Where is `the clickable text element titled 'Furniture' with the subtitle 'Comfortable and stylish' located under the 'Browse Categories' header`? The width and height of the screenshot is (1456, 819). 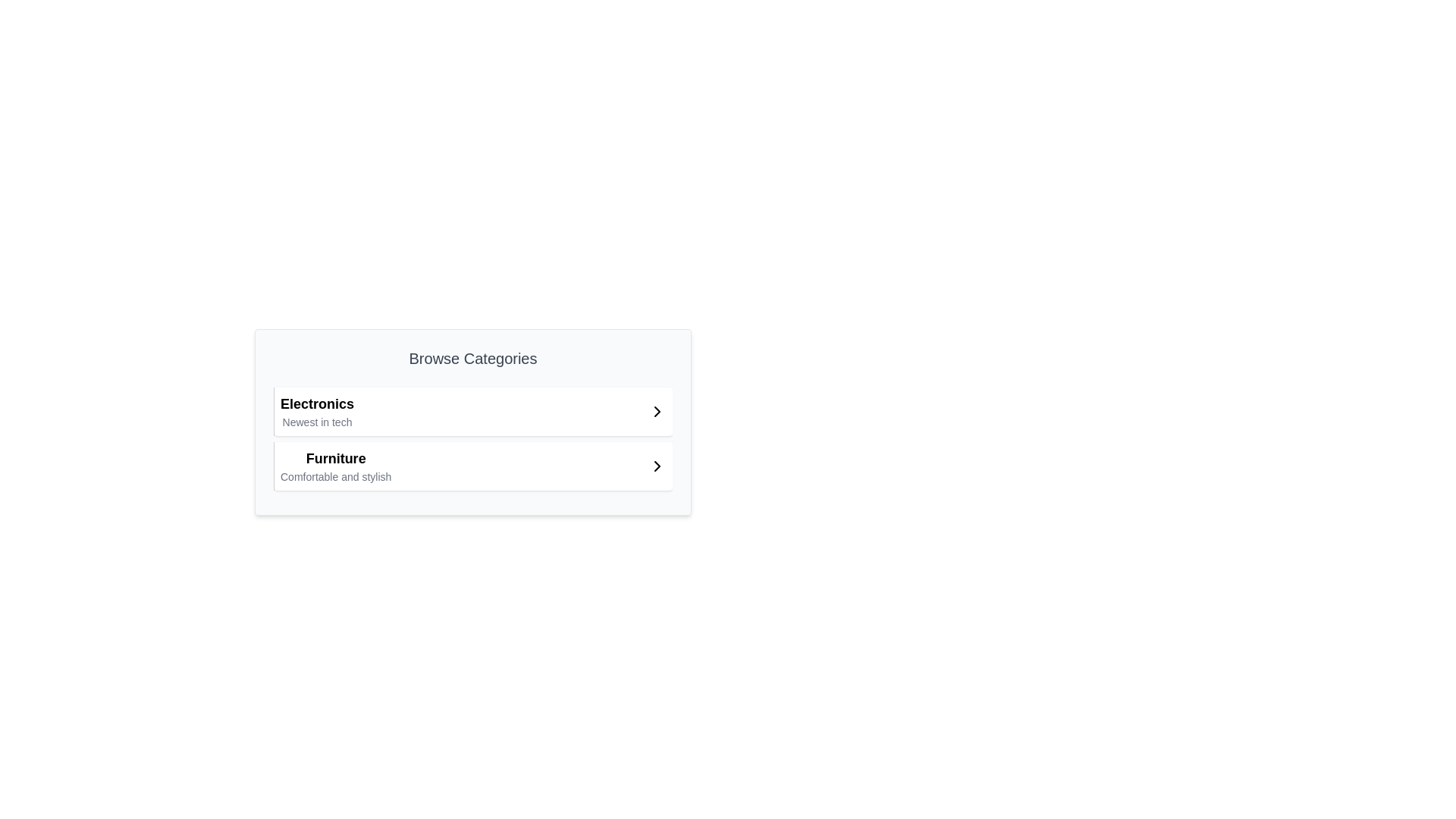
the clickable text element titled 'Furniture' with the subtitle 'Comfortable and stylish' located under the 'Browse Categories' header is located at coordinates (335, 465).